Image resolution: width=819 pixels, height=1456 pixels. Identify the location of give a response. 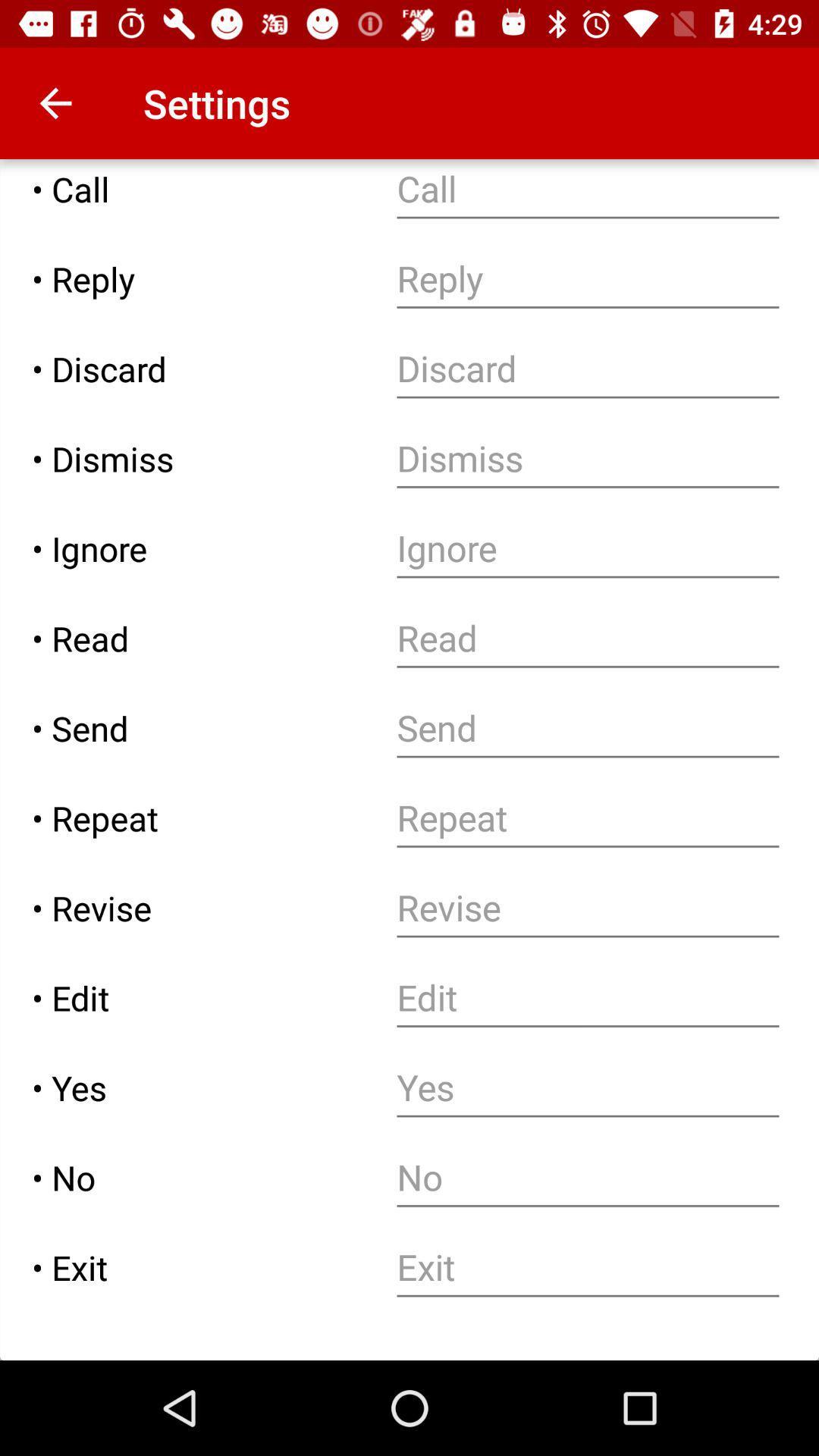
(587, 279).